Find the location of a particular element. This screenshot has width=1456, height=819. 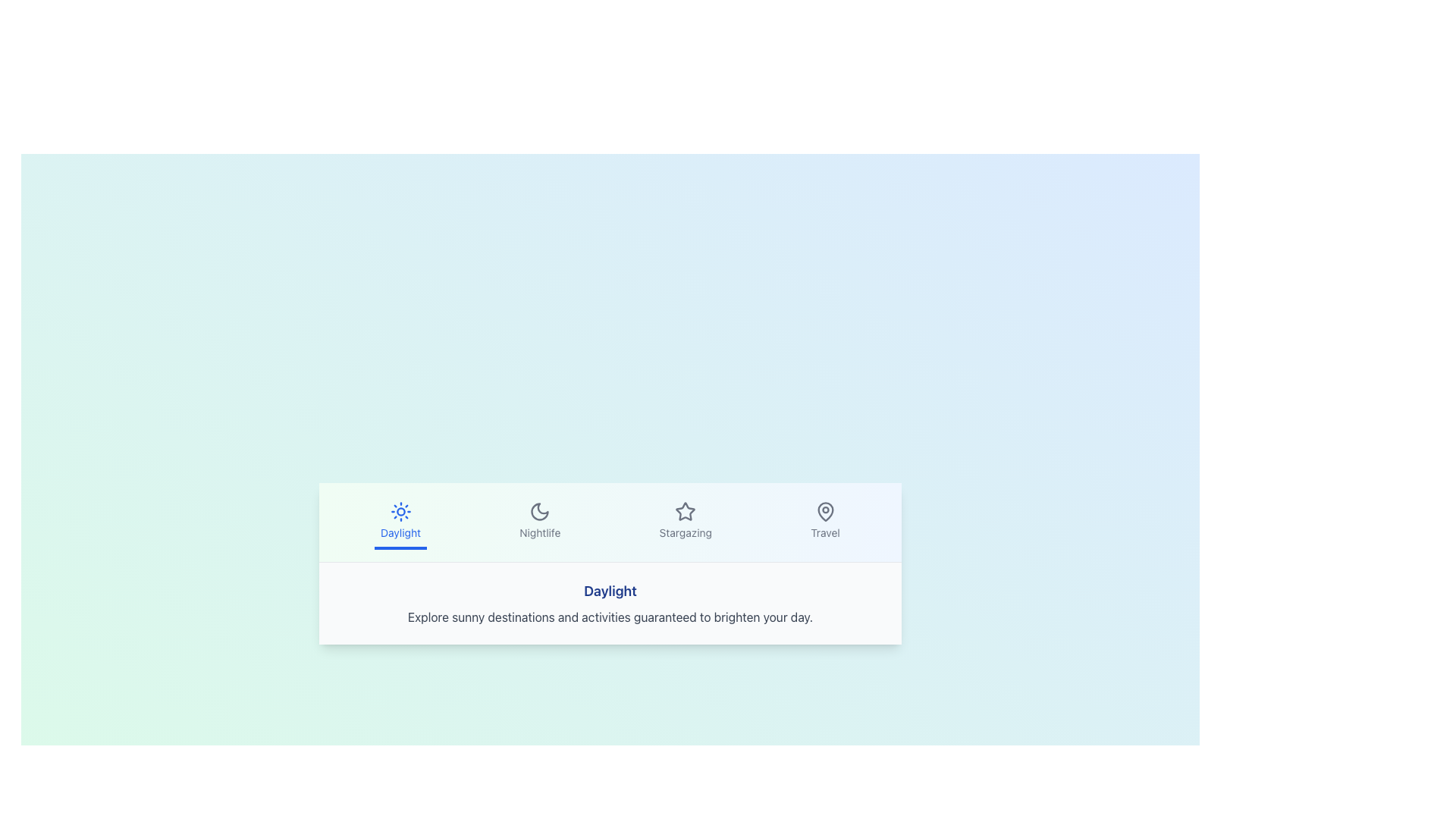

the map pin icon above the 'Travel' text label for accessibility purposes is located at coordinates (824, 511).